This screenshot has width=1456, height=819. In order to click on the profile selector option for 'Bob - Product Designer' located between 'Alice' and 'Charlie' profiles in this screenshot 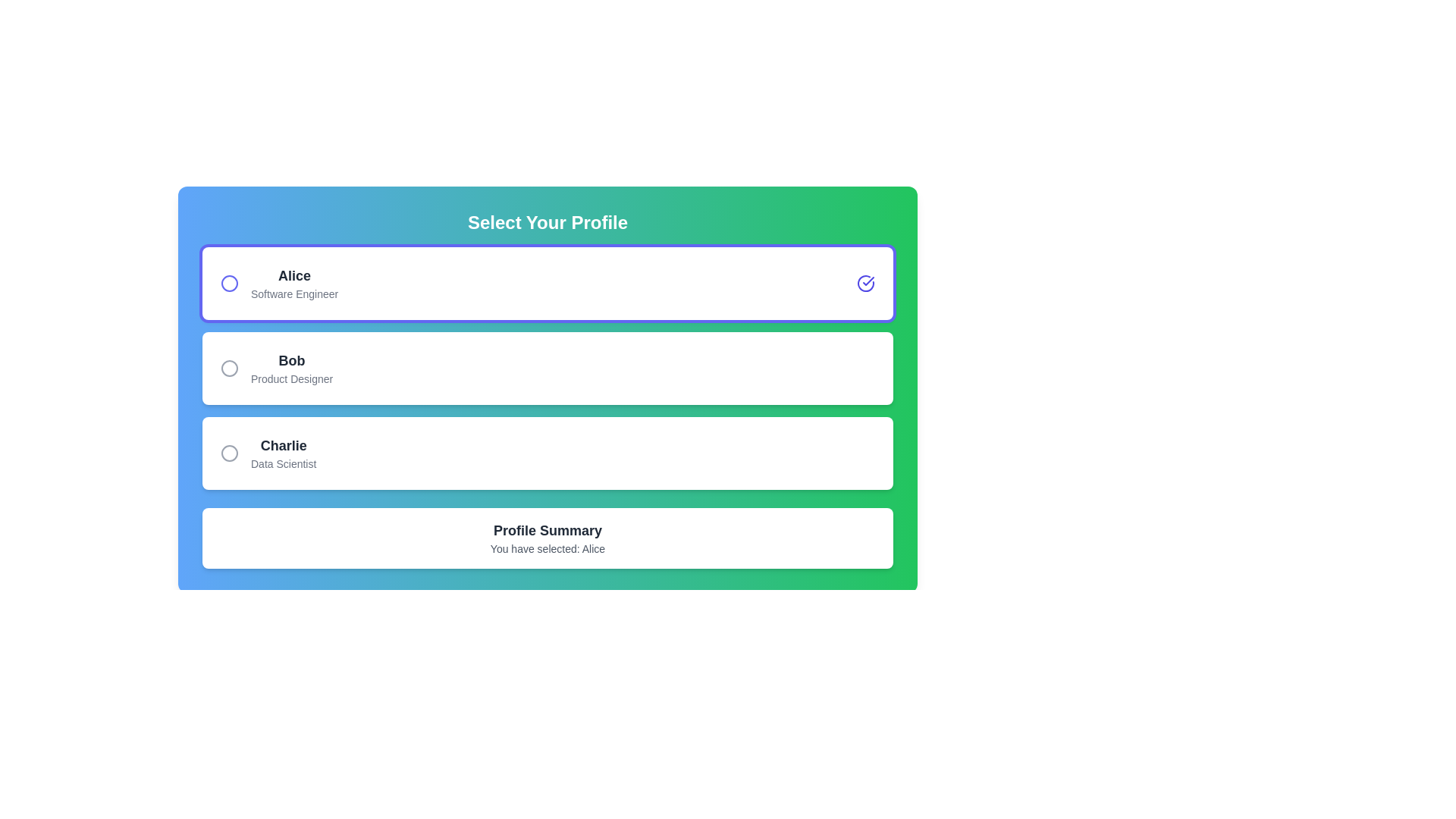, I will do `click(277, 369)`.